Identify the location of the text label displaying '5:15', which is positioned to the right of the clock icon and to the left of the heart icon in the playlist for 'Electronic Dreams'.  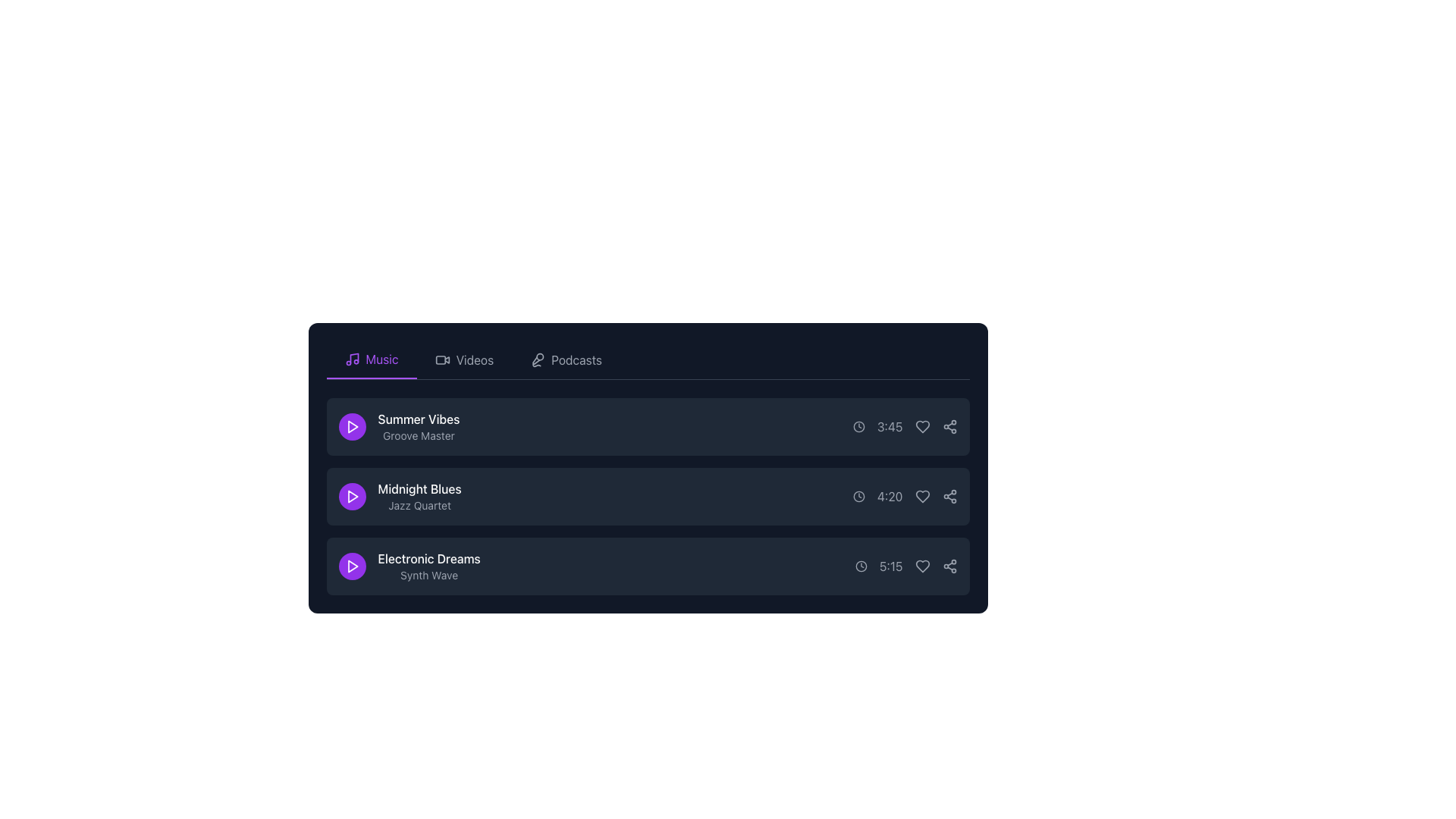
(906, 566).